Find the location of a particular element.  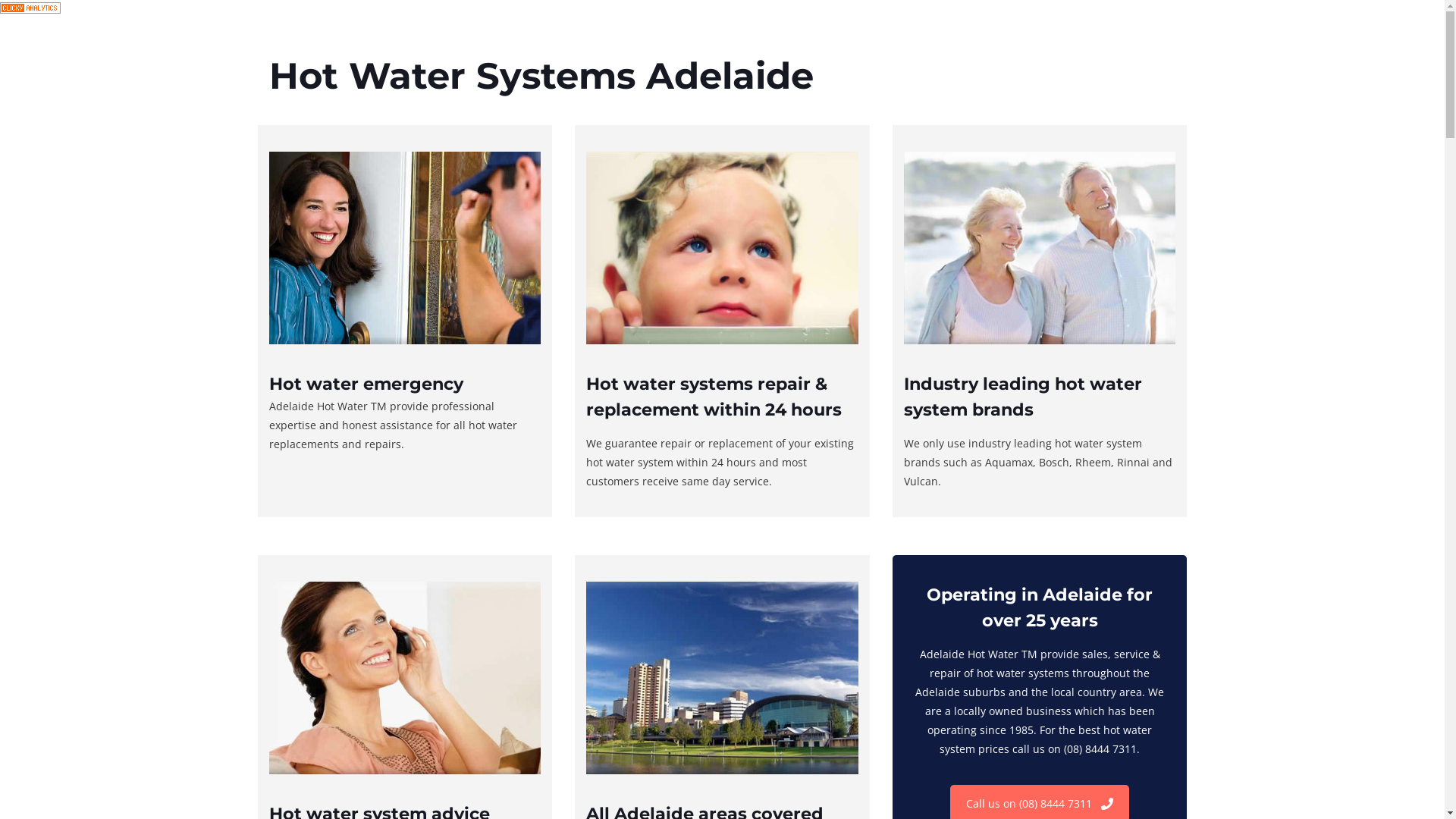

'Google Analytics Alternative' is located at coordinates (30, 9).